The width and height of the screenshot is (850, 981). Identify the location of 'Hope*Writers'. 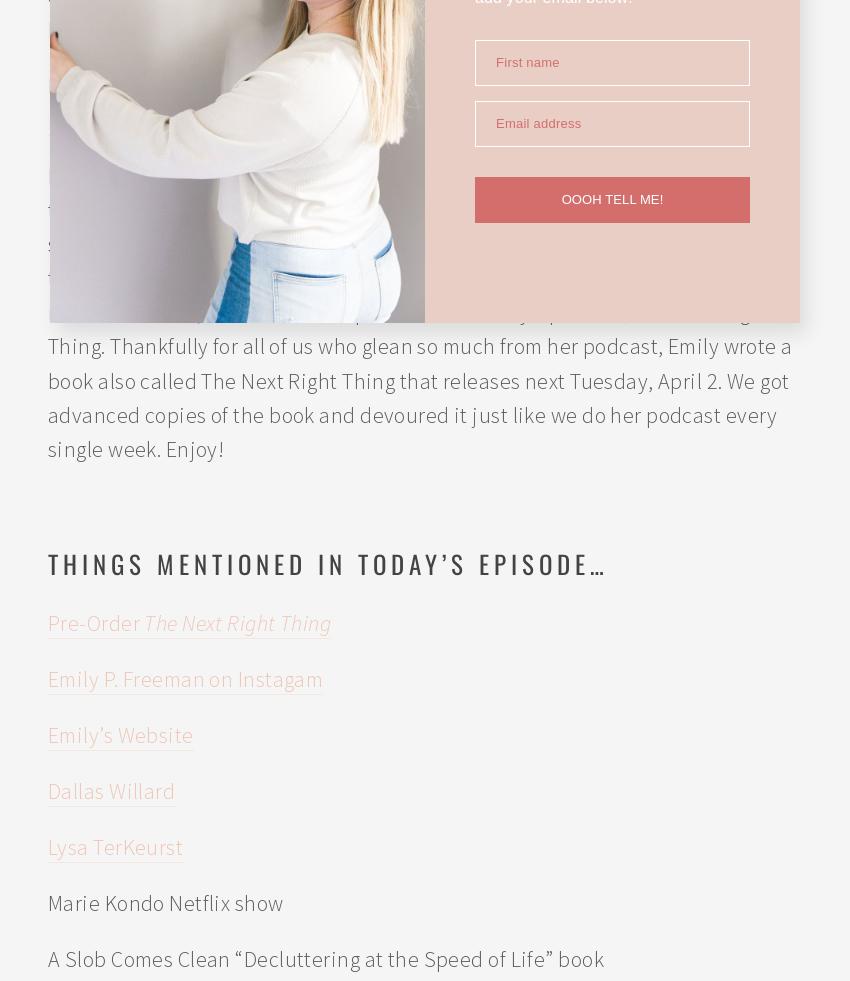
(48, 117).